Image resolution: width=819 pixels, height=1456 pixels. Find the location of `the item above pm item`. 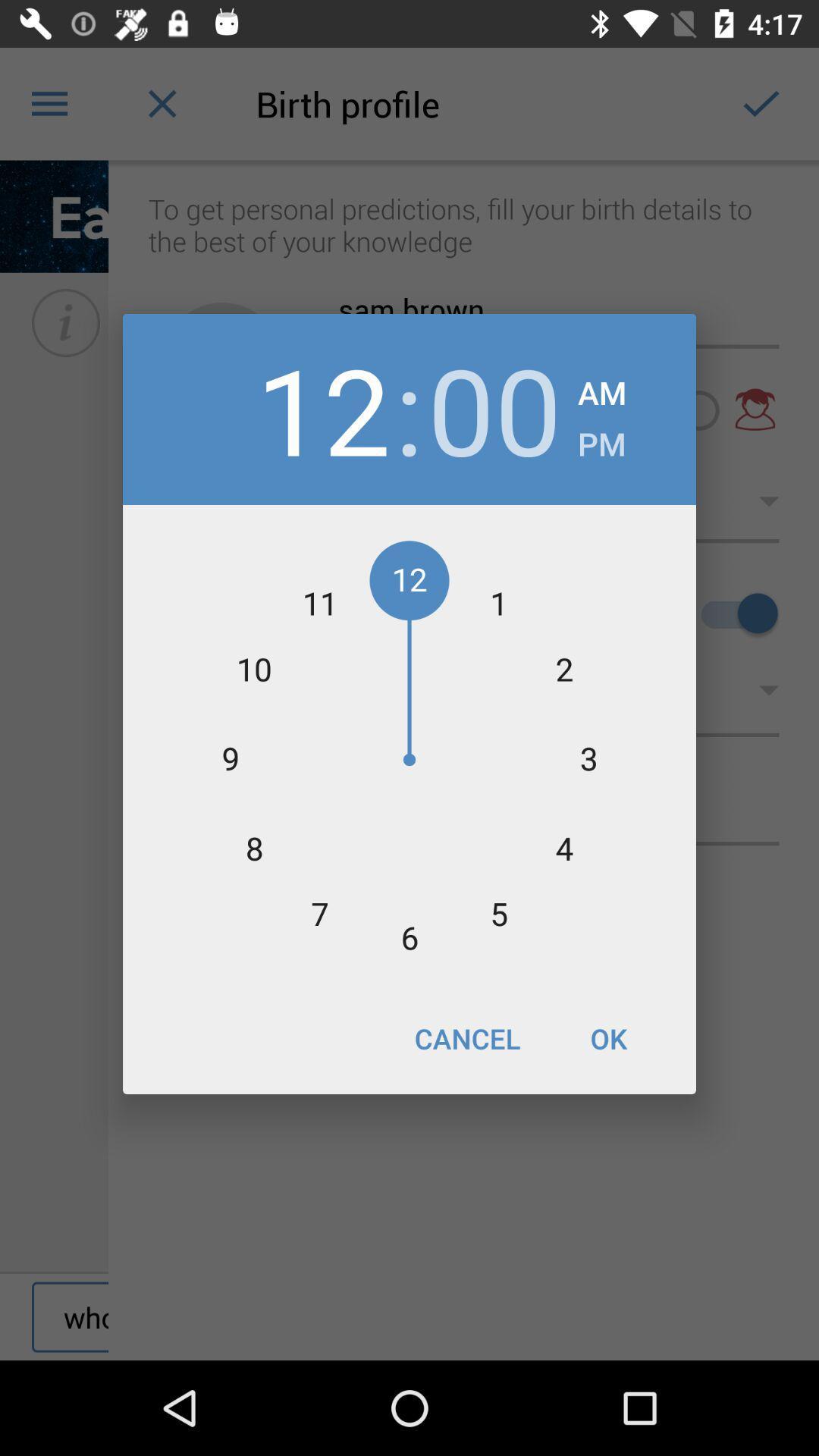

the item above pm item is located at coordinates (601, 388).